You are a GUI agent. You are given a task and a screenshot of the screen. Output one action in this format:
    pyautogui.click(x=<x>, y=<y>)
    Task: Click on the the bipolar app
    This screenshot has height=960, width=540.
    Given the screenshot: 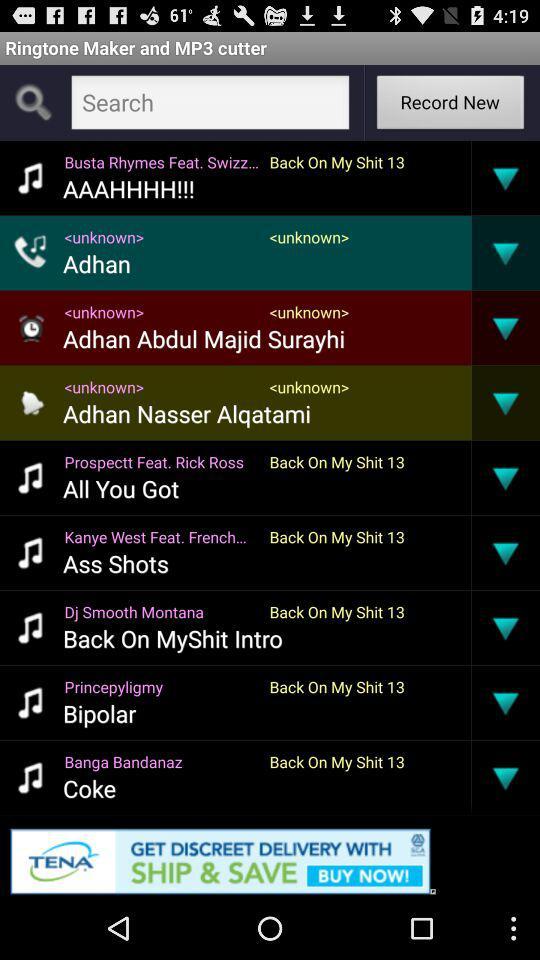 What is the action you would take?
    pyautogui.click(x=98, y=713)
    